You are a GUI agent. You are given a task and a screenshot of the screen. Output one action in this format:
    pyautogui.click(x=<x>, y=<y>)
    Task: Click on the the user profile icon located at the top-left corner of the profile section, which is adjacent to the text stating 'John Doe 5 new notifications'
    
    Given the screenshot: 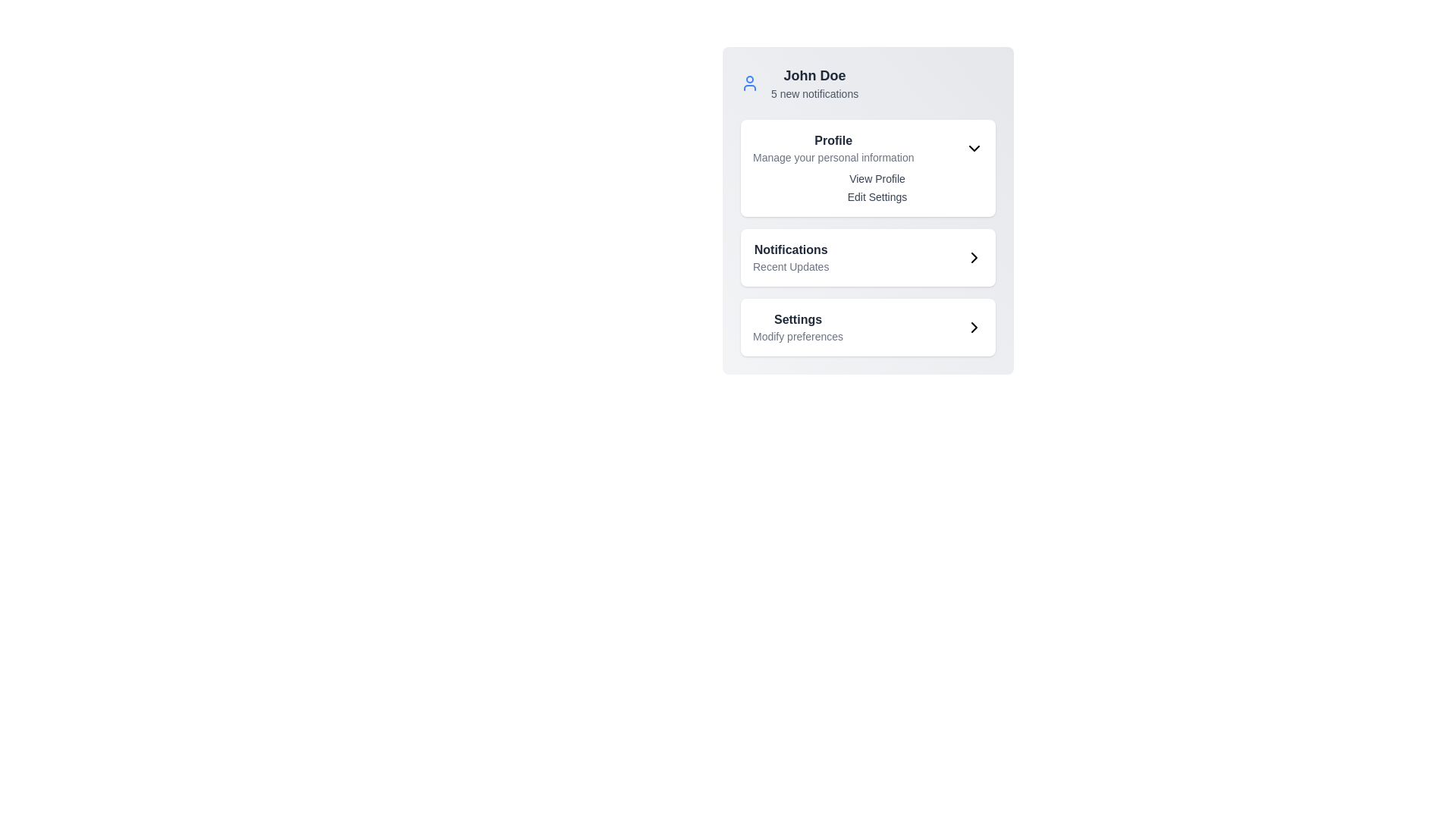 What is the action you would take?
    pyautogui.click(x=749, y=83)
    